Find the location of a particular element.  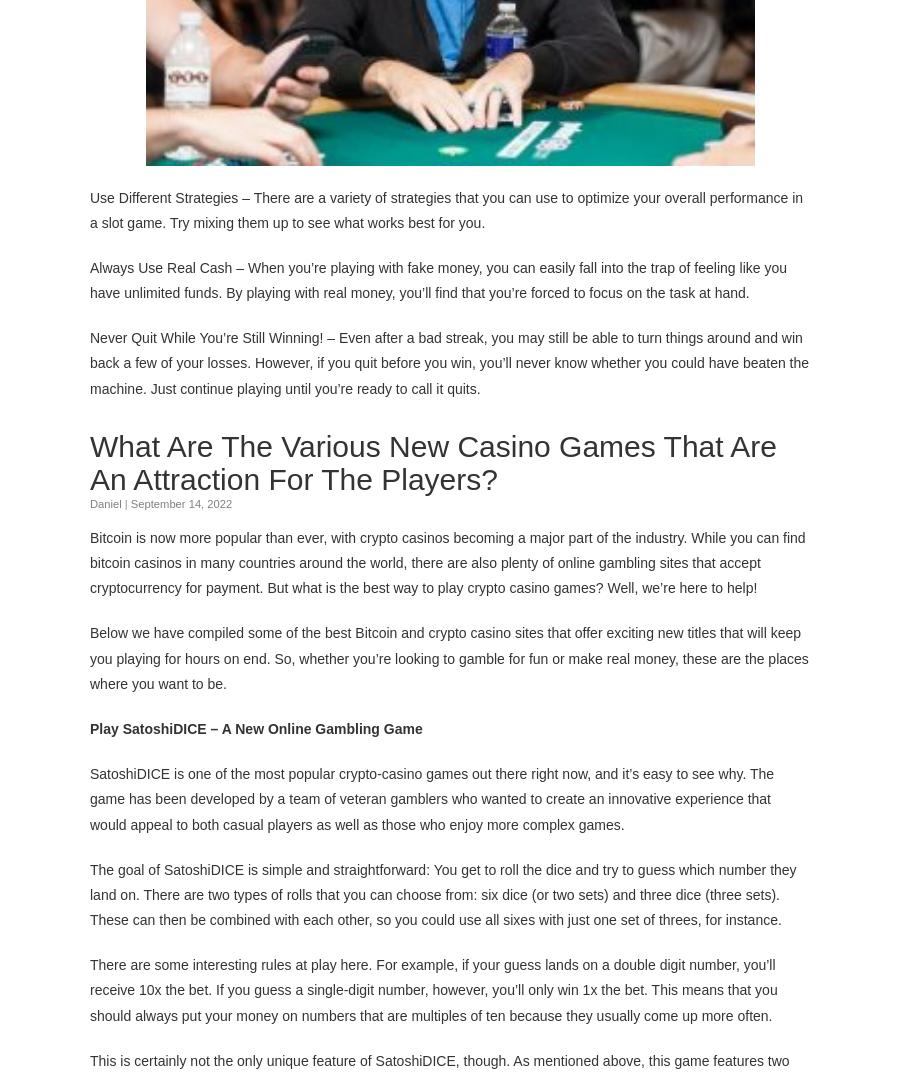

'Daniel' is located at coordinates (104, 501).